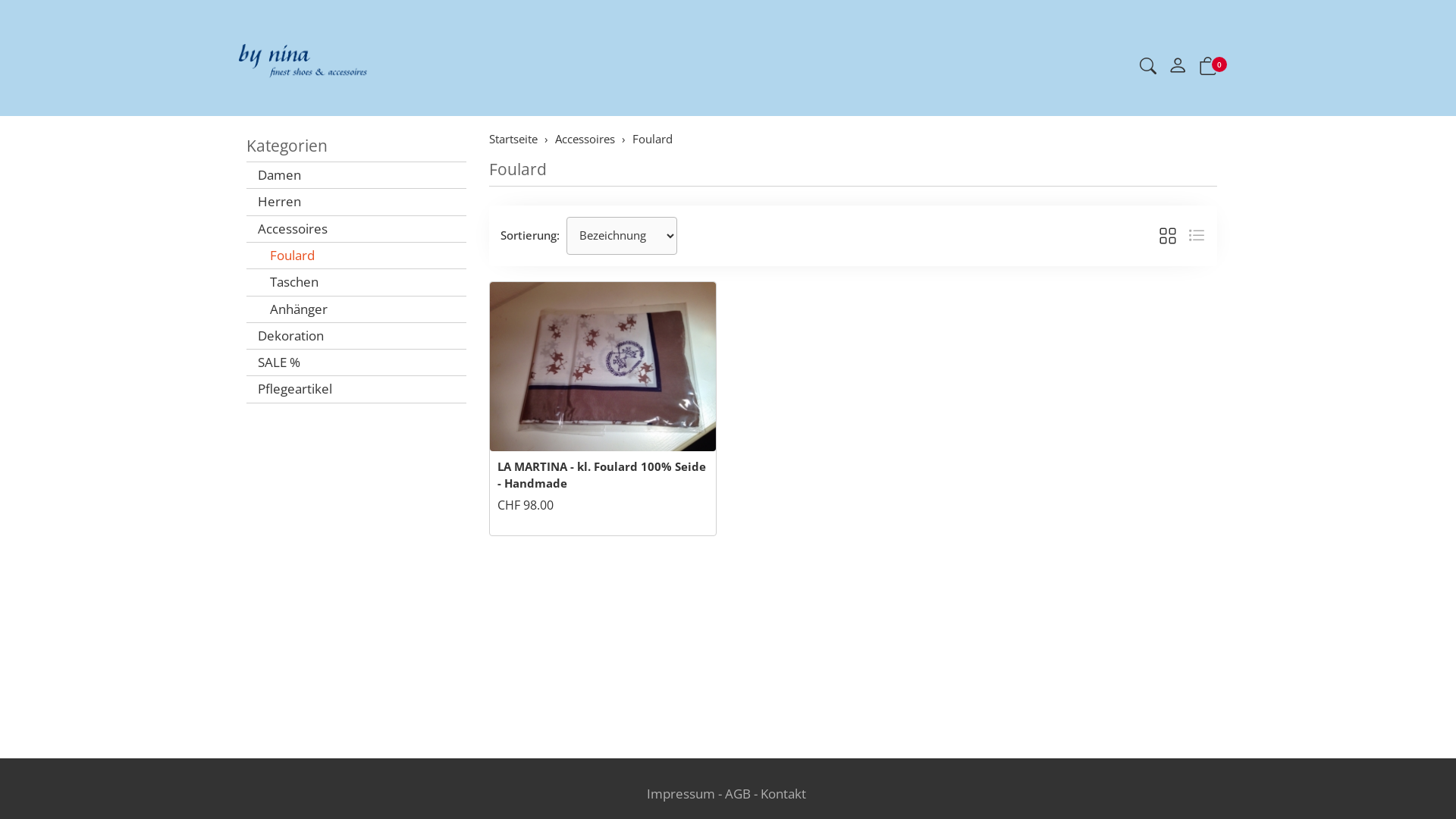 The width and height of the screenshot is (1456, 819). I want to click on 'Impressum', so click(679, 792).